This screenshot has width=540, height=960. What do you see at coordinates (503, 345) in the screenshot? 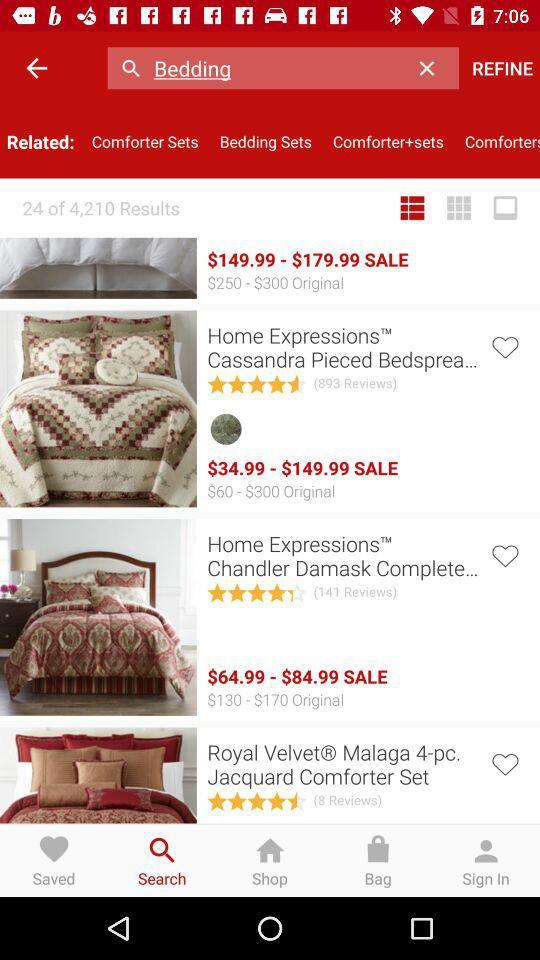
I see `to wishlist` at bounding box center [503, 345].